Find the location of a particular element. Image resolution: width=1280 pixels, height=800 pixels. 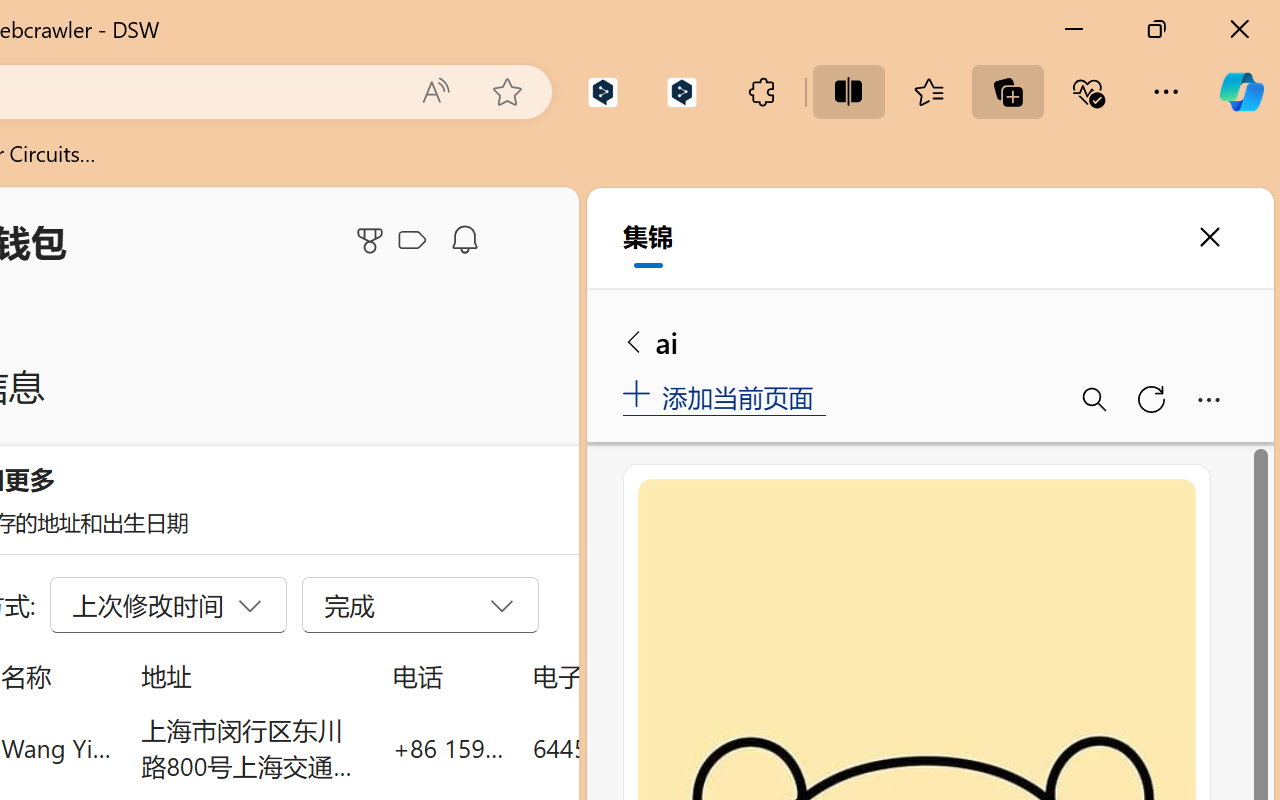

'Class: ___1lmltc5 f1agt3bx f12qytpq' is located at coordinates (411, 240).